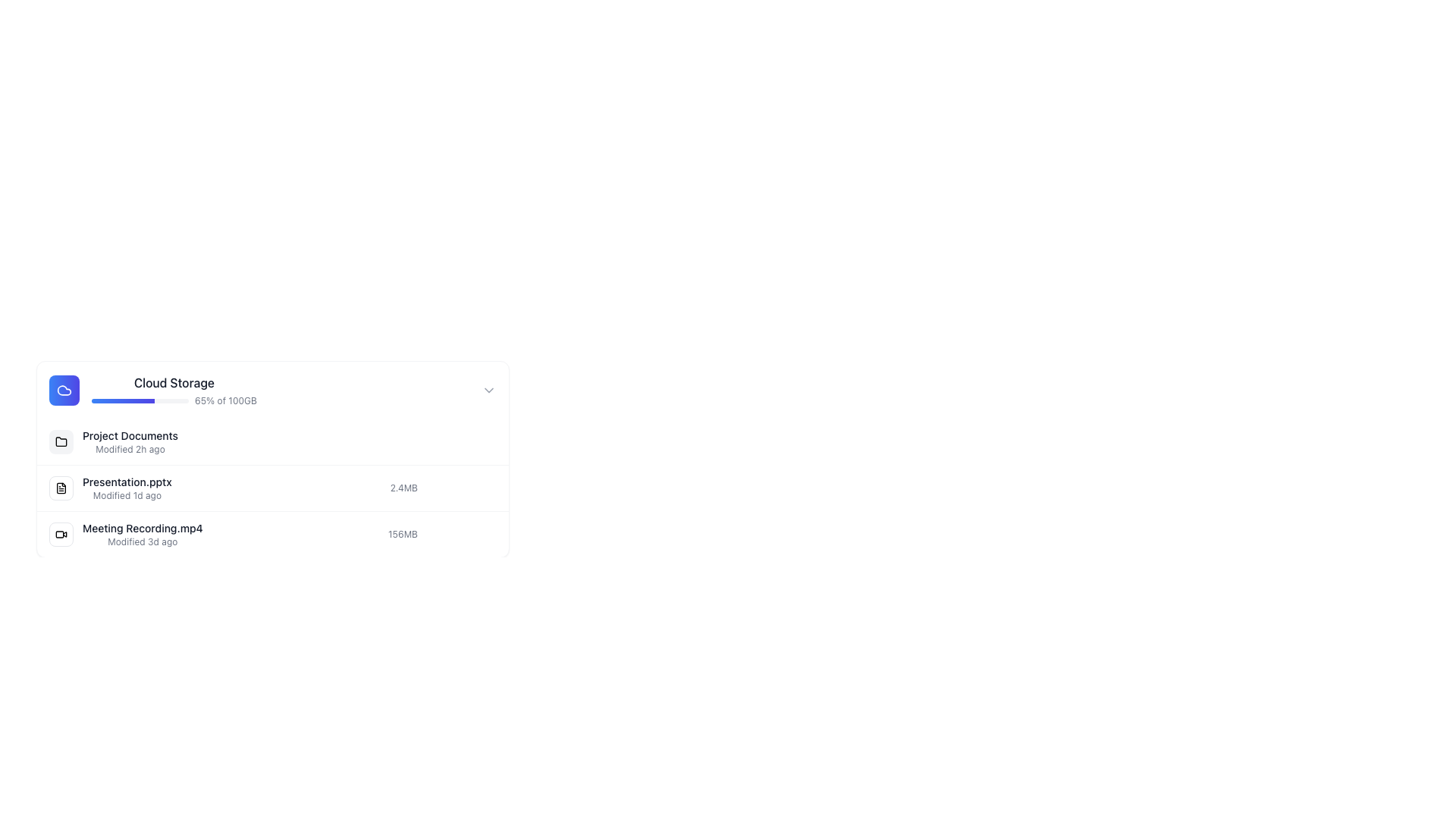 This screenshot has width=1456, height=819. I want to click on the three-dot menu button located at the far right of the 'Project Documents' row, so click(488, 441).